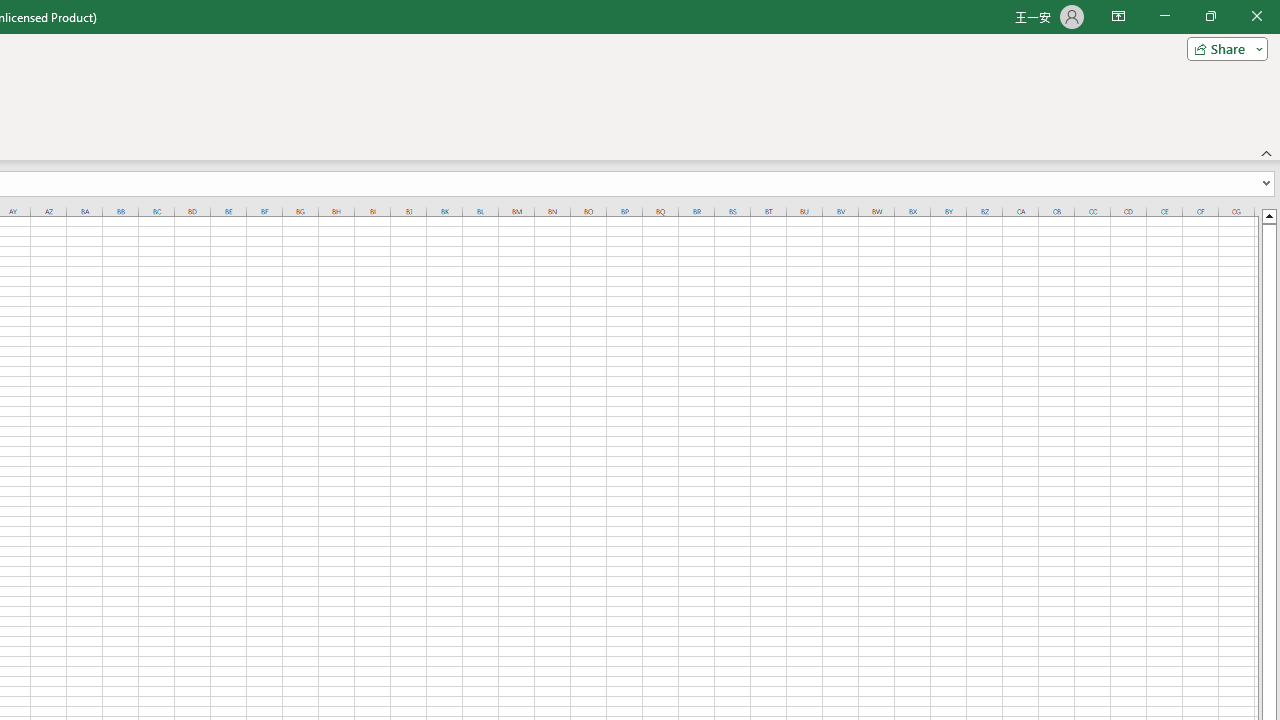  I want to click on 'Share', so click(1222, 47).